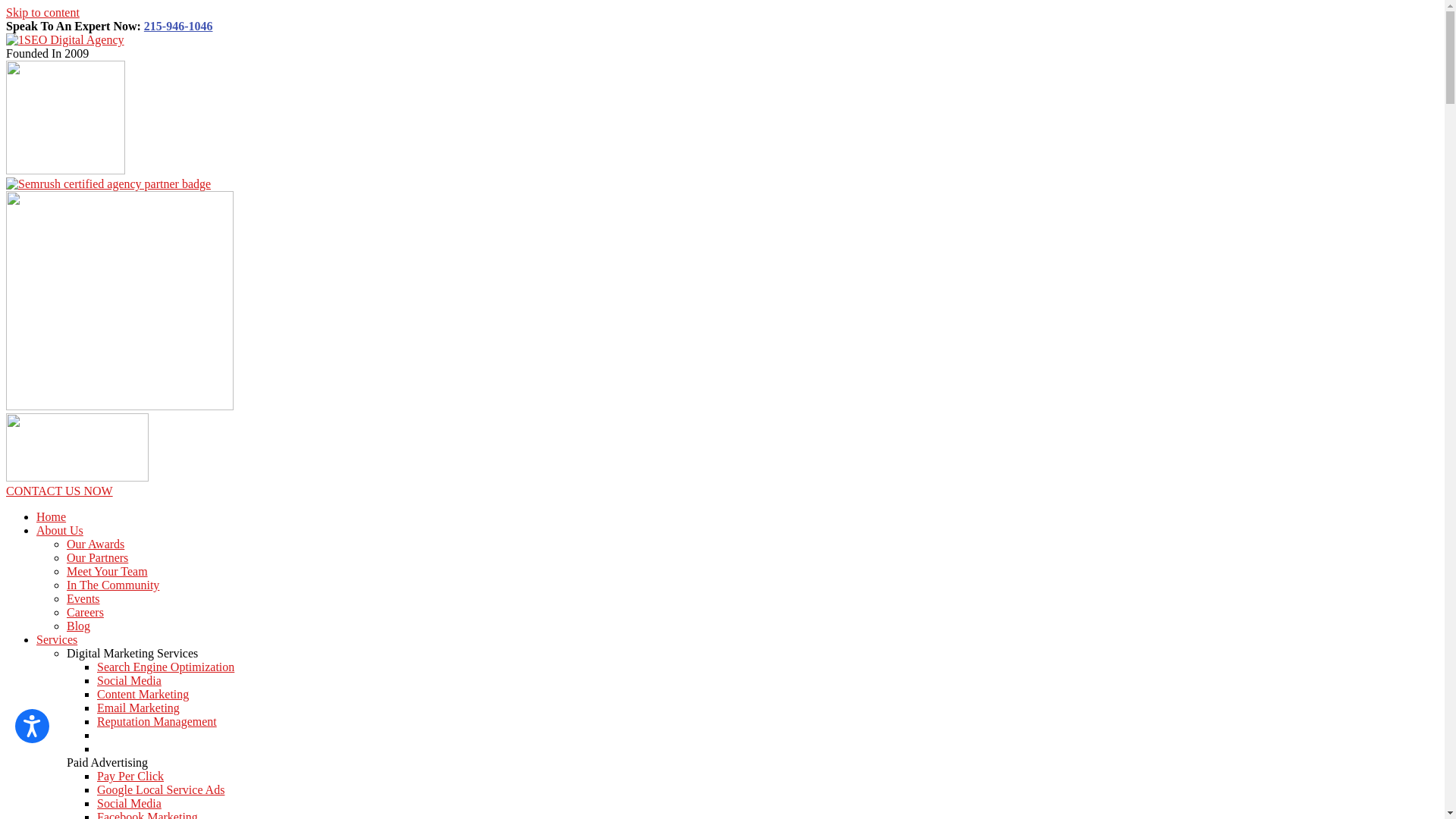 The width and height of the screenshot is (1456, 819). I want to click on 'Pay Per Click', so click(96, 776).